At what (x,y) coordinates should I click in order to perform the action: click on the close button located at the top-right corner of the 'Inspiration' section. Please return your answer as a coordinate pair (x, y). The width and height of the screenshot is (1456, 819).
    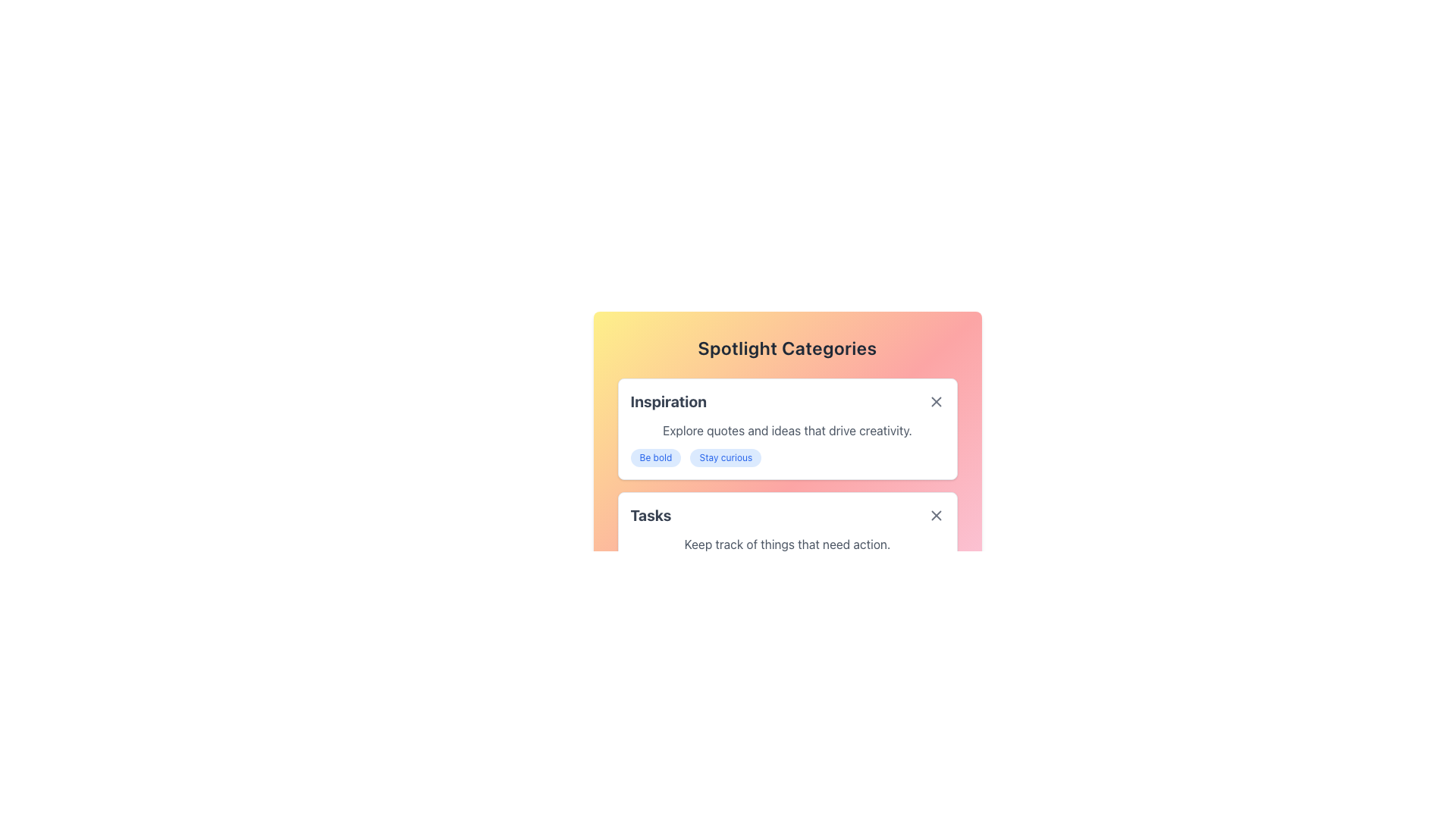
    Looking at the image, I should click on (935, 400).